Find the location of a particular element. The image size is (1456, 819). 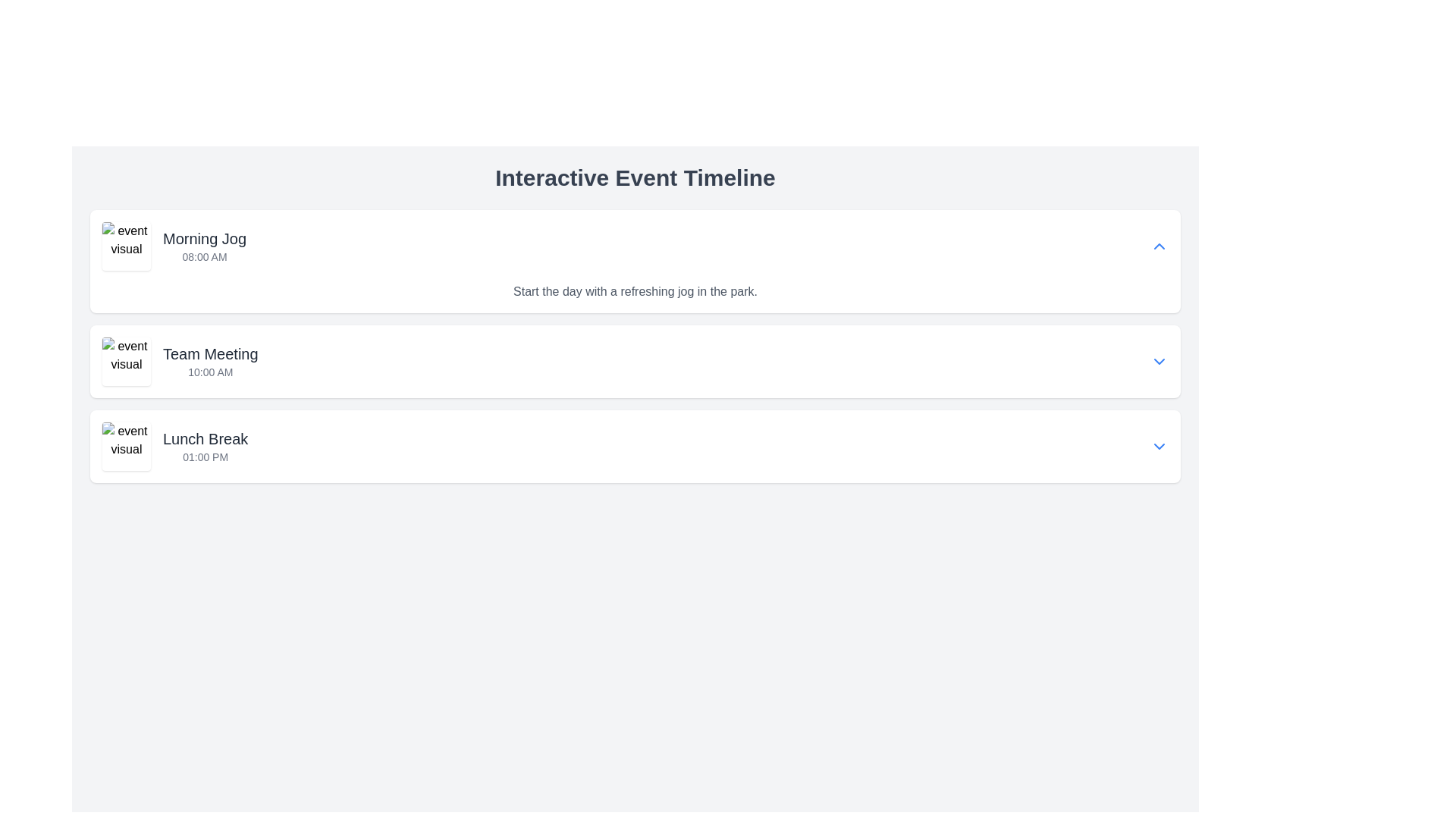

the square image with rounded corners that represents the 'Lunch Break' event entry in the interactive event timeline is located at coordinates (127, 446).